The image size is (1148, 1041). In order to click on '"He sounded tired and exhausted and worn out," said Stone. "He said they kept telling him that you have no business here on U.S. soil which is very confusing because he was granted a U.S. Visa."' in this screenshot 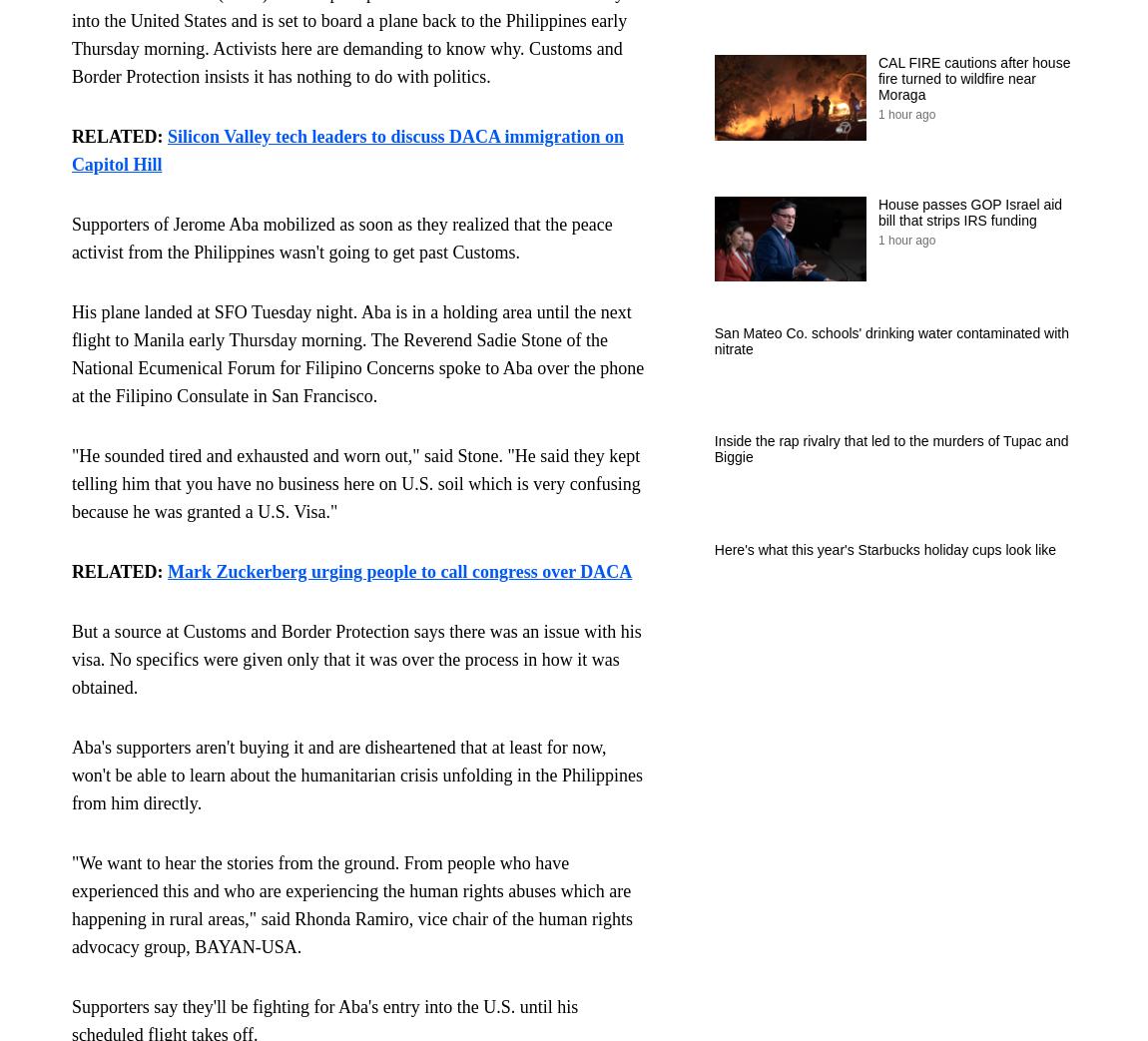, I will do `click(355, 482)`.